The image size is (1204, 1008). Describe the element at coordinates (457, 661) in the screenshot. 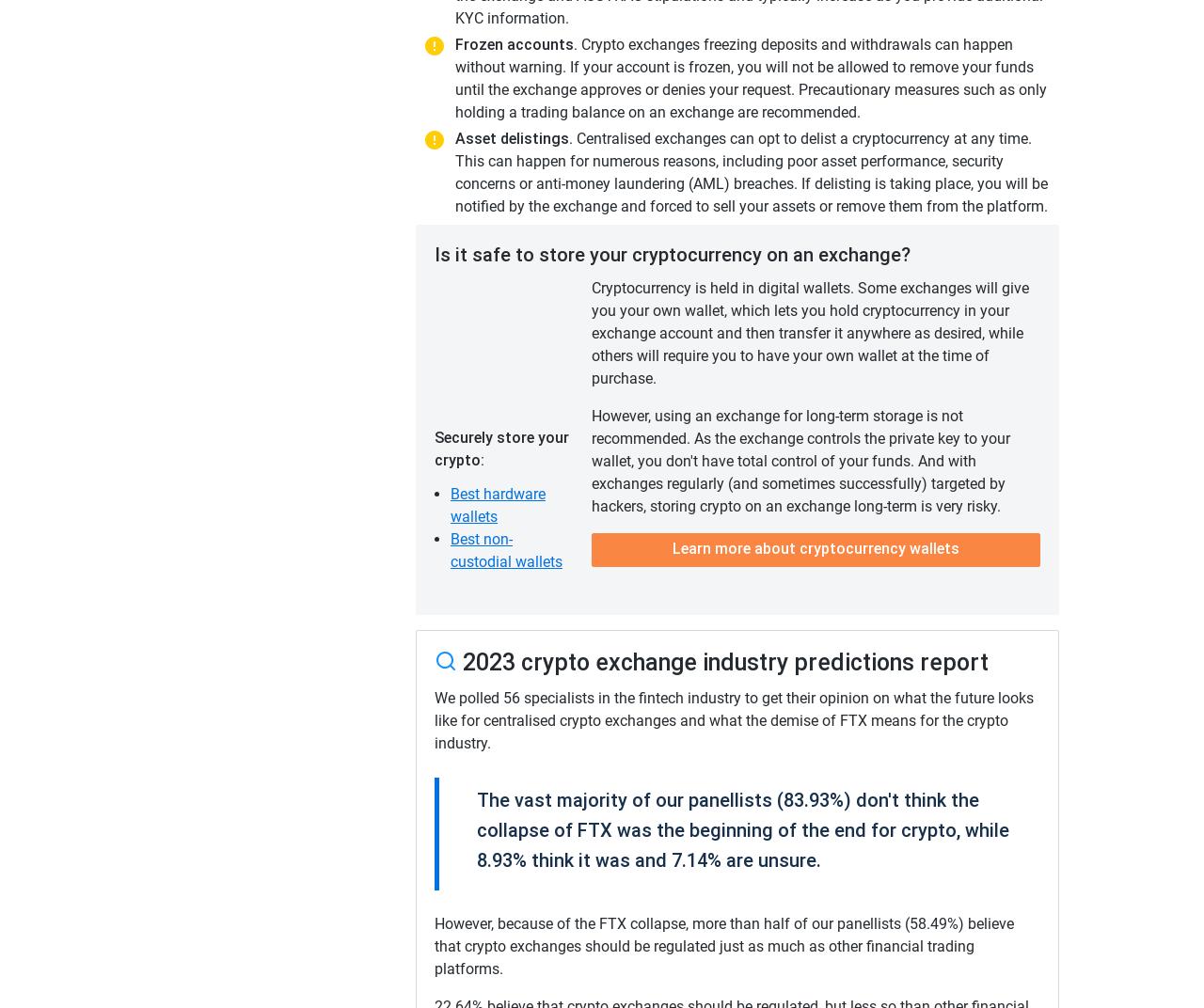

I see `'2023 crypto exchange industry predictions report'` at that location.